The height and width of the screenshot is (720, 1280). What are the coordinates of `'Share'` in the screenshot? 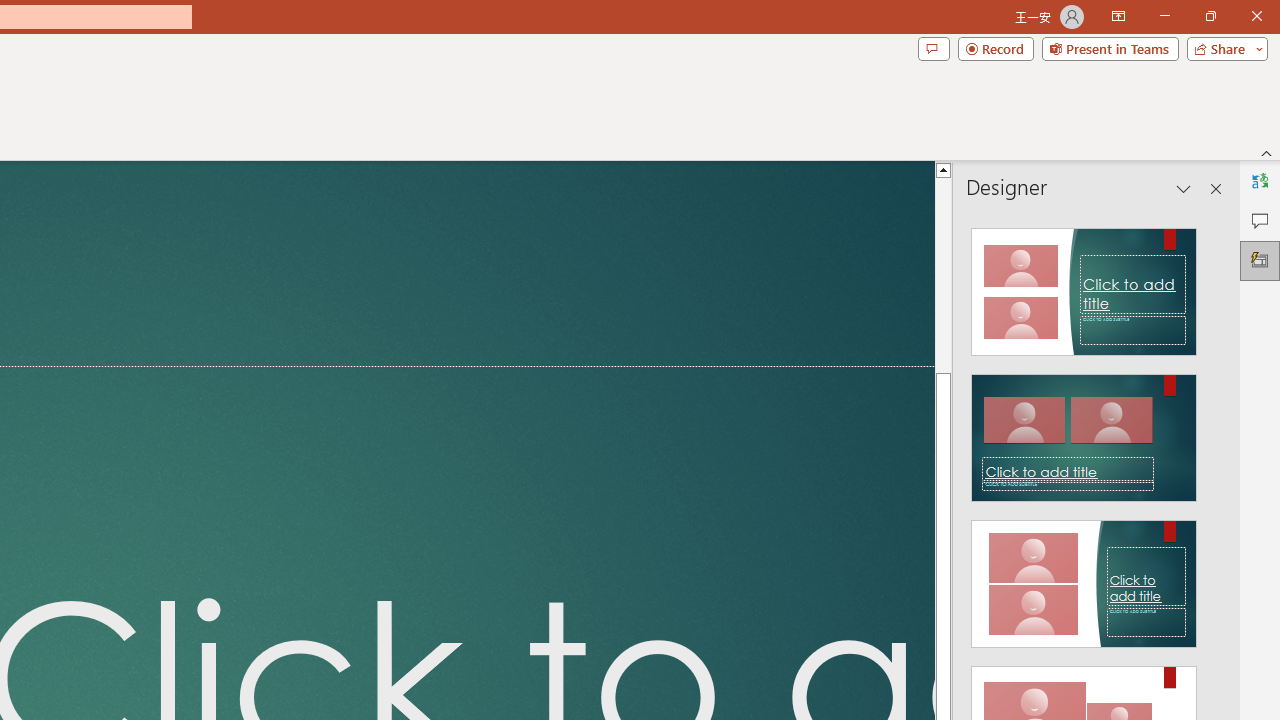 It's located at (1222, 47).